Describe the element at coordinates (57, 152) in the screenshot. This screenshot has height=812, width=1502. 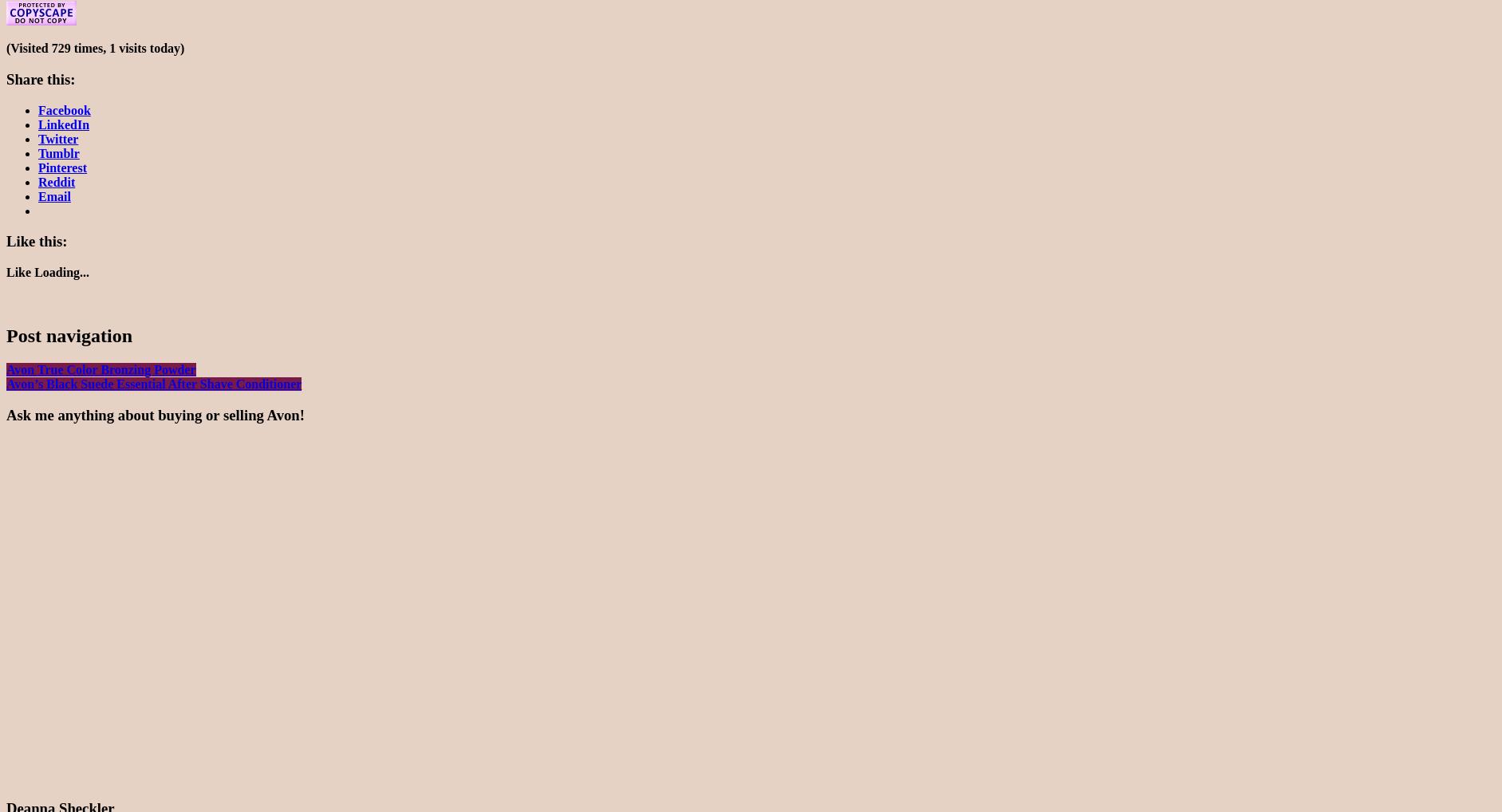
I see `'Tumblr'` at that location.